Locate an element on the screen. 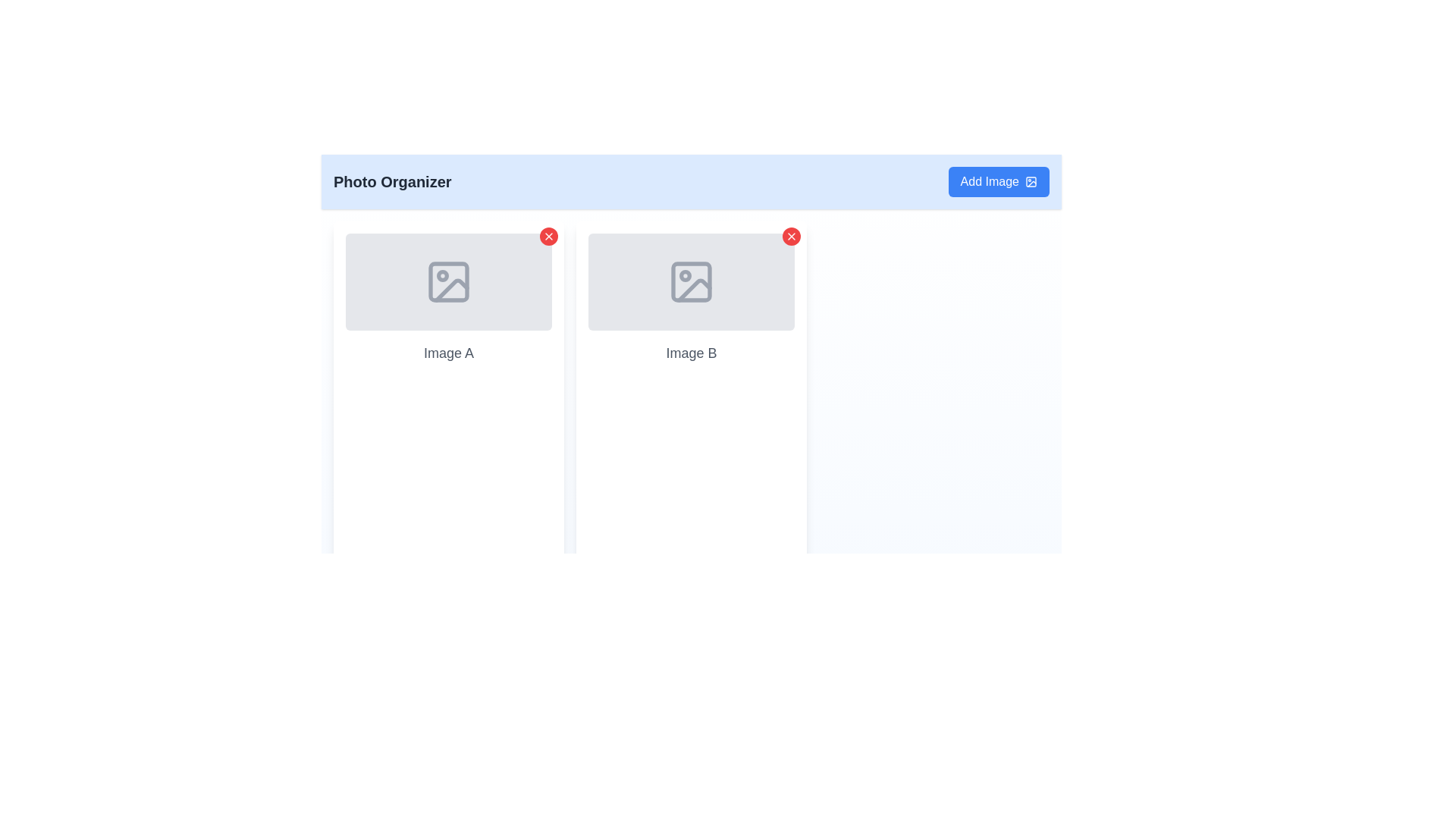 This screenshot has width=1456, height=819. the 'Add Image' button icon located at the top right corner of the interface, which visually indicates the function of adding an image when clicked is located at coordinates (1031, 180).